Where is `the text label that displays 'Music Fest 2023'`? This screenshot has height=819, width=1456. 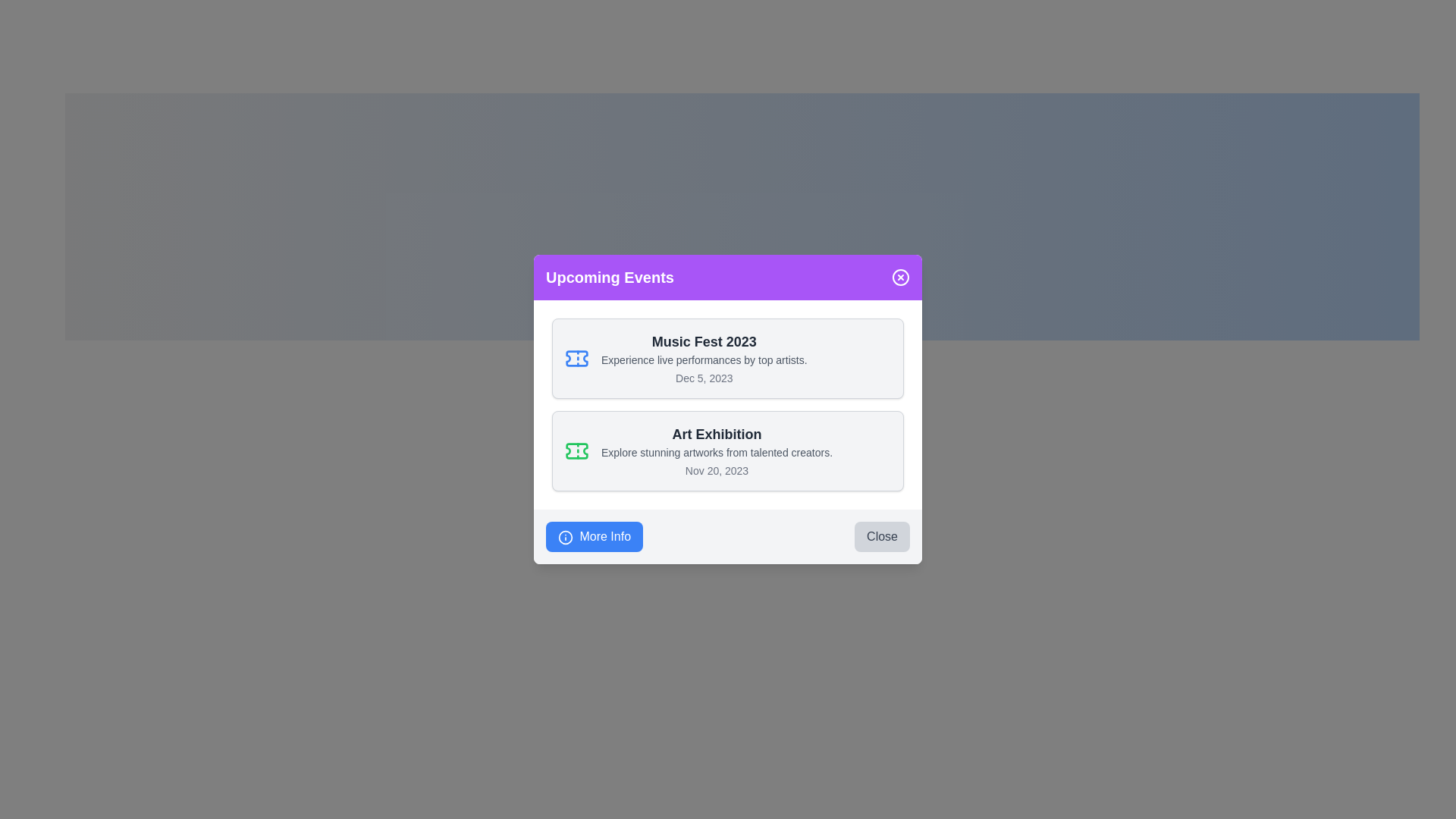 the text label that displays 'Music Fest 2023' is located at coordinates (703, 342).